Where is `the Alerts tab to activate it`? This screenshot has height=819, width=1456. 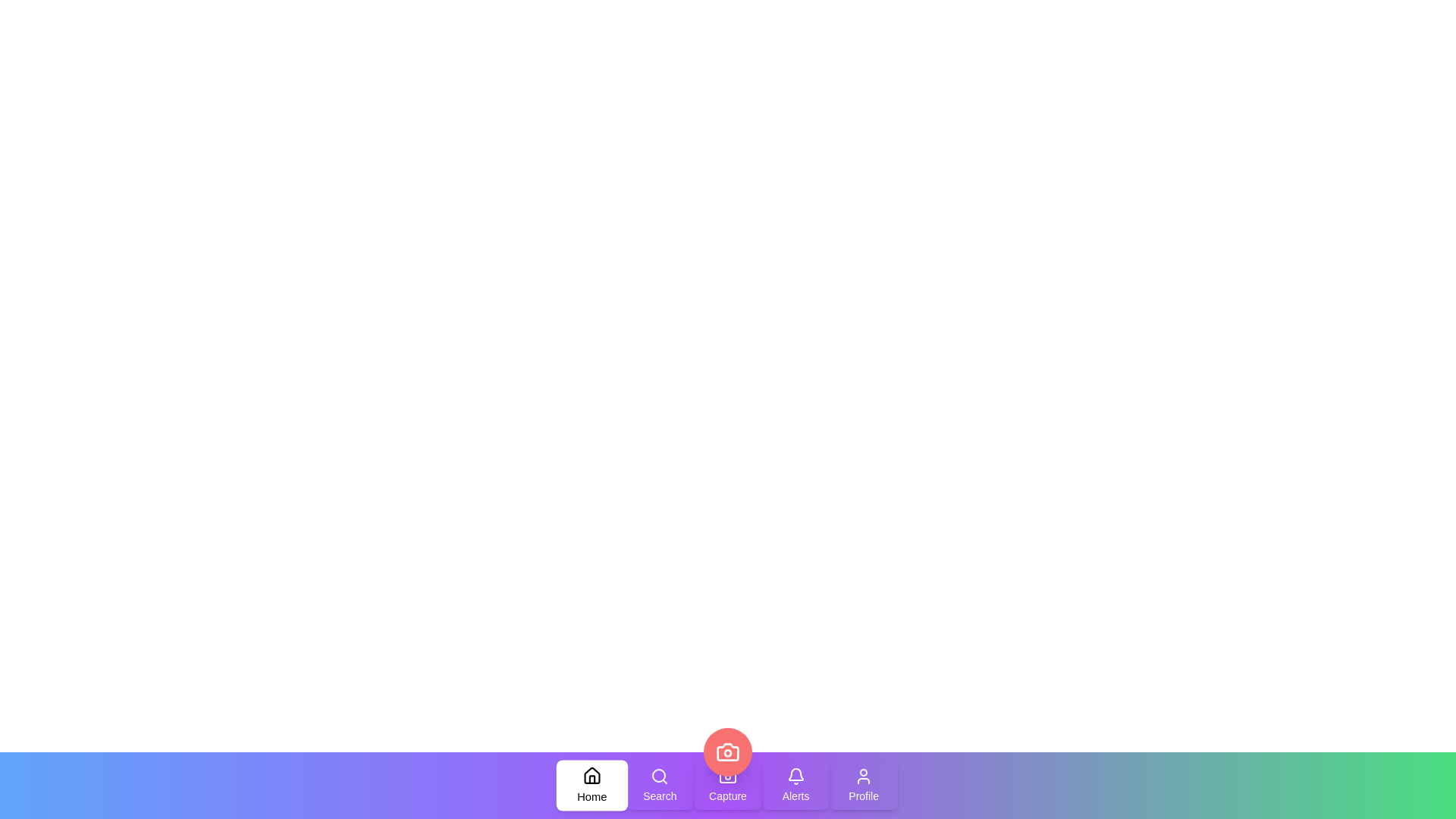
the Alerts tab to activate it is located at coordinates (795, 785).